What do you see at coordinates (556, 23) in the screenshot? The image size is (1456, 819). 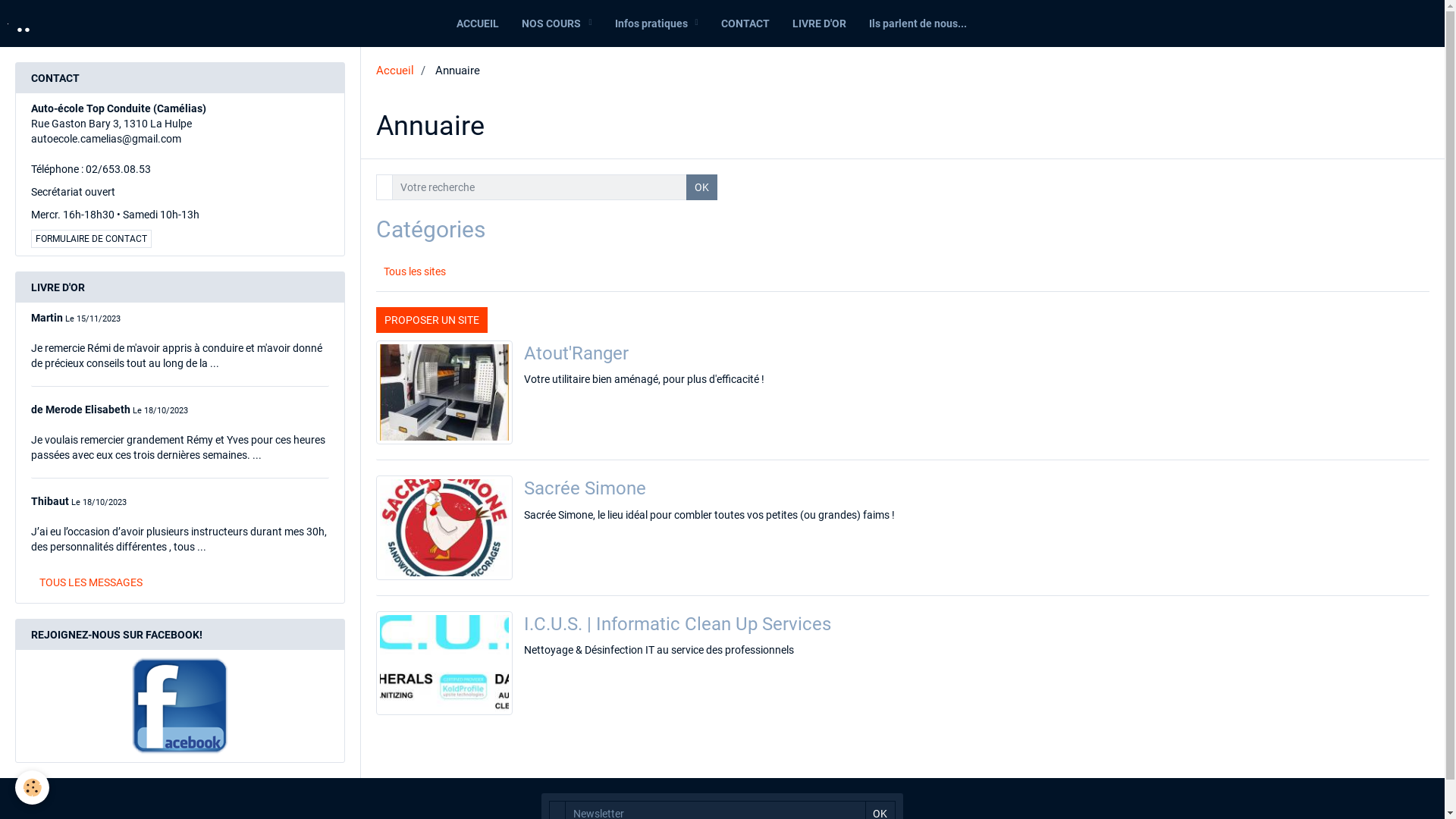 I see `'NOS COURS'` at bounding box center [556, 23].